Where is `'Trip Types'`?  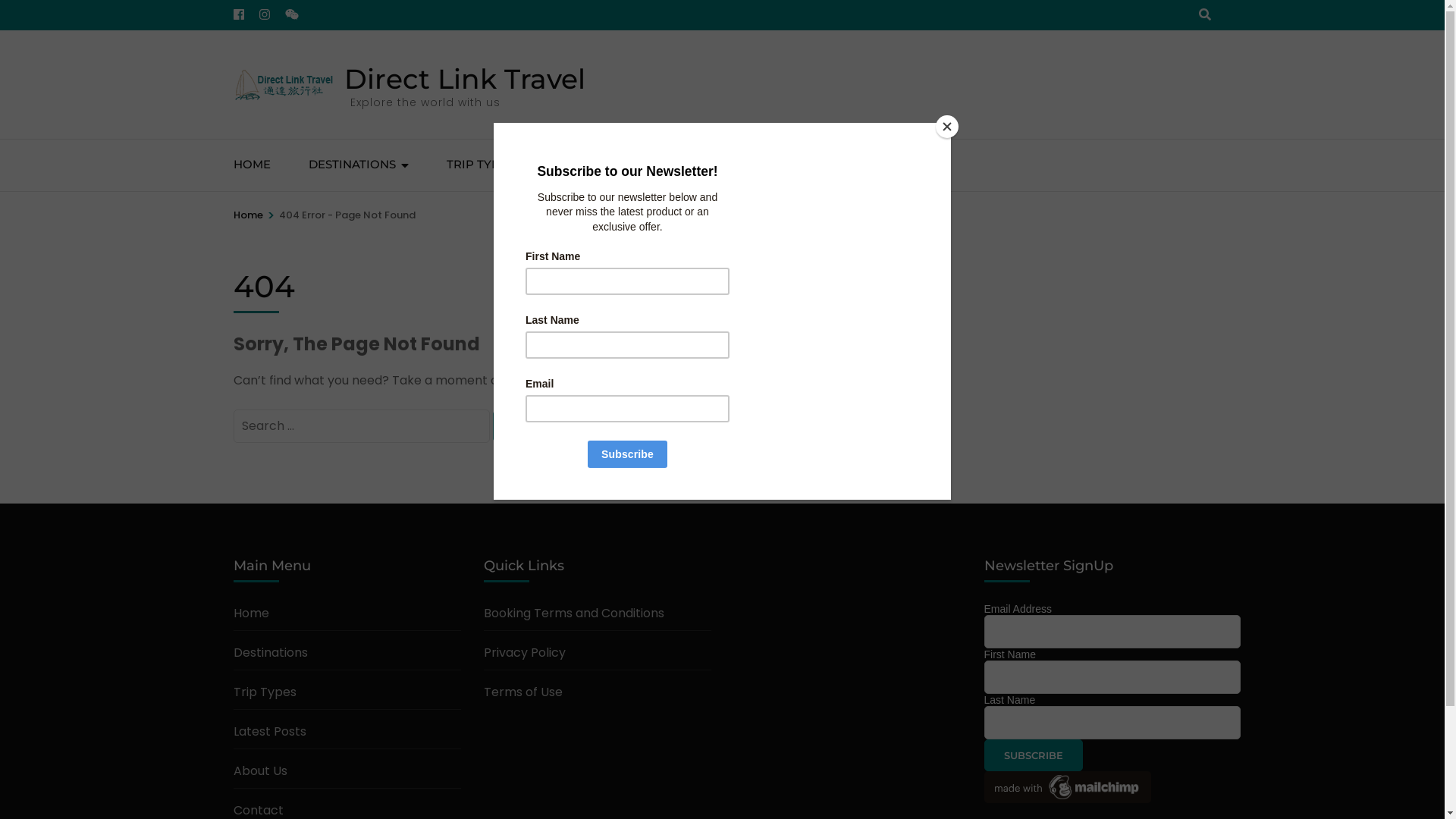
'Trip Types' is located at coordinates (232, 692).